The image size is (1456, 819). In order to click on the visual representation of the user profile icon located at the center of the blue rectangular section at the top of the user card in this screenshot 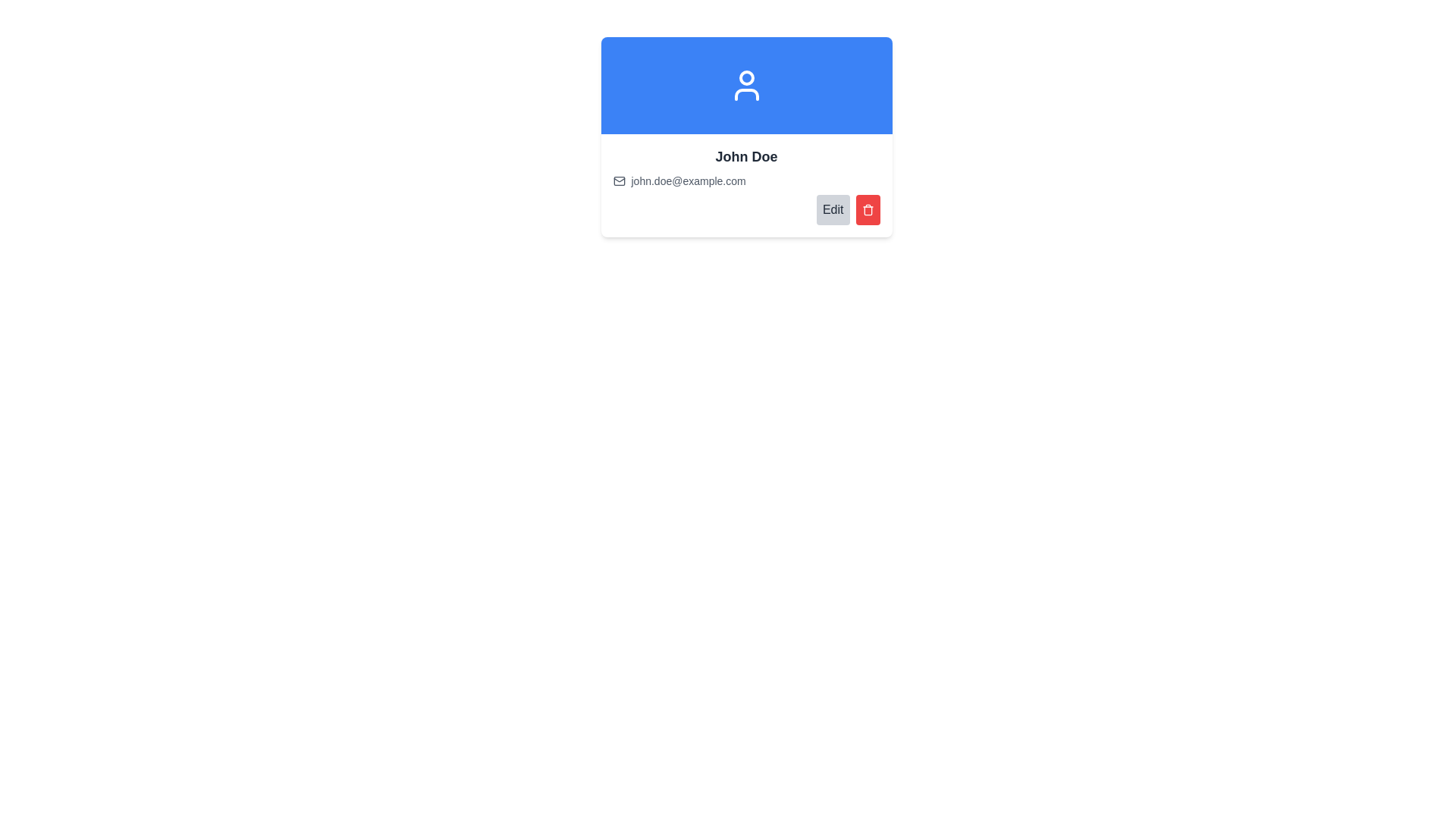, I will do `click(746, 85)`.